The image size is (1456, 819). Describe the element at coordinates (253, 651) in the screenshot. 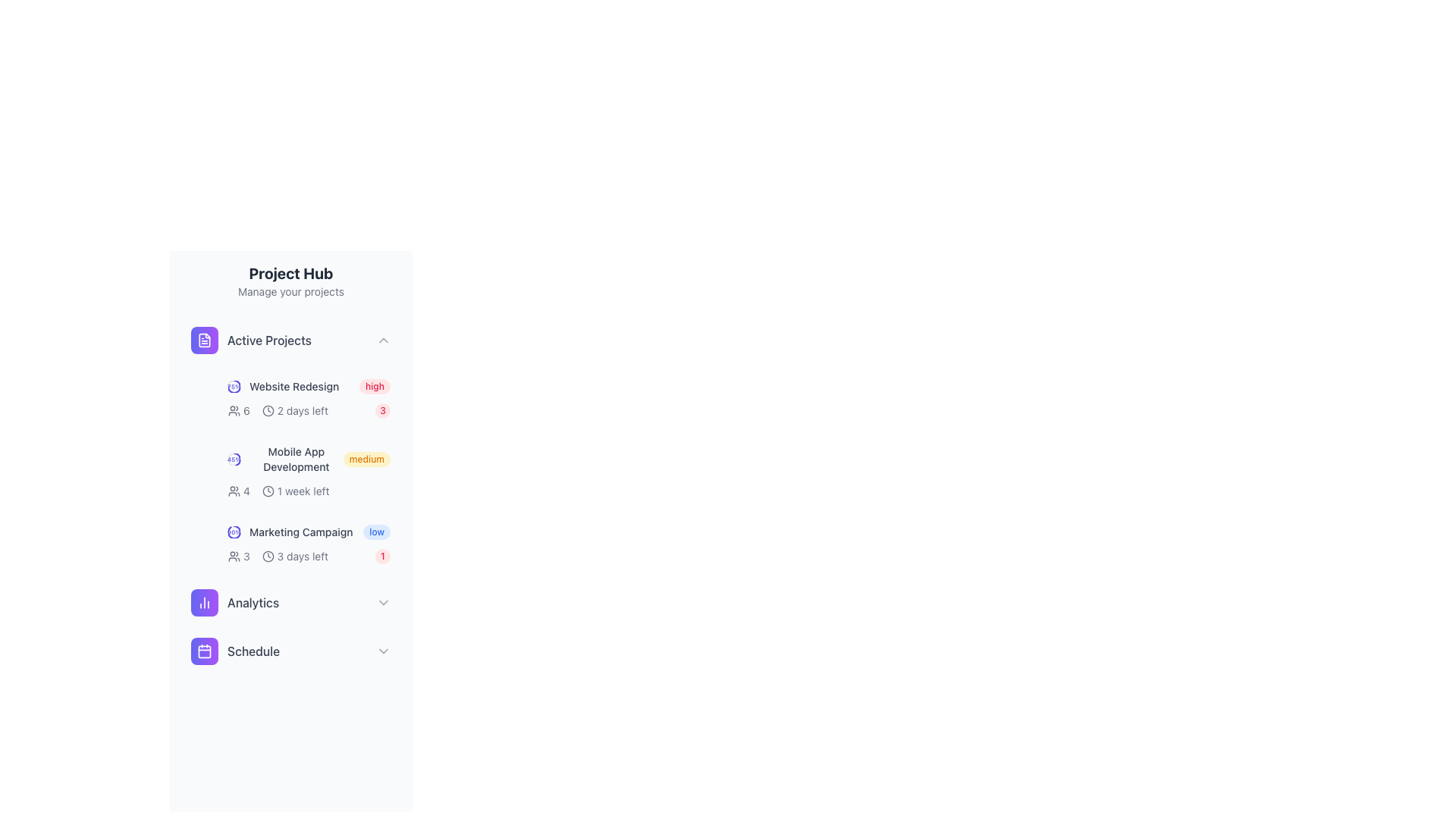

I see `the 'Schedule' text label, which is styled in medium-weight gray font (#707070) and located near a purple calendar icon in the sidebar` at that location.